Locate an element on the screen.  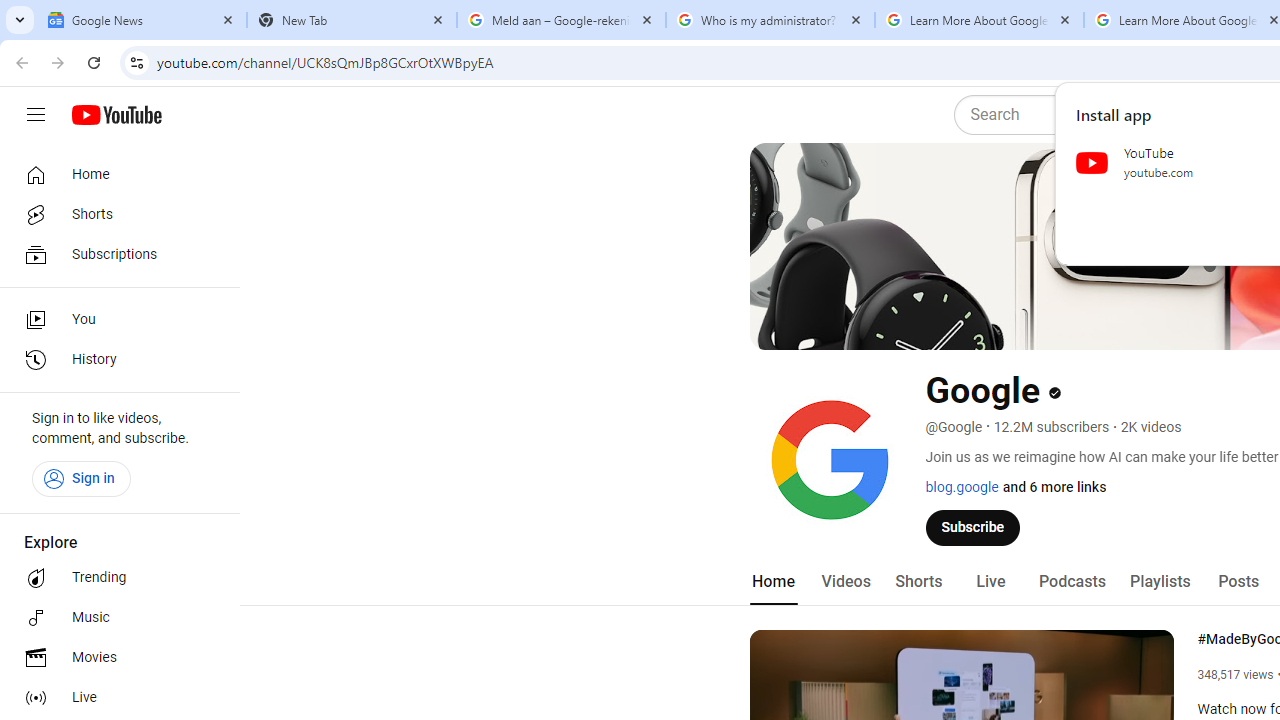
'YouTube Home' is located at coordinates (115, 115).